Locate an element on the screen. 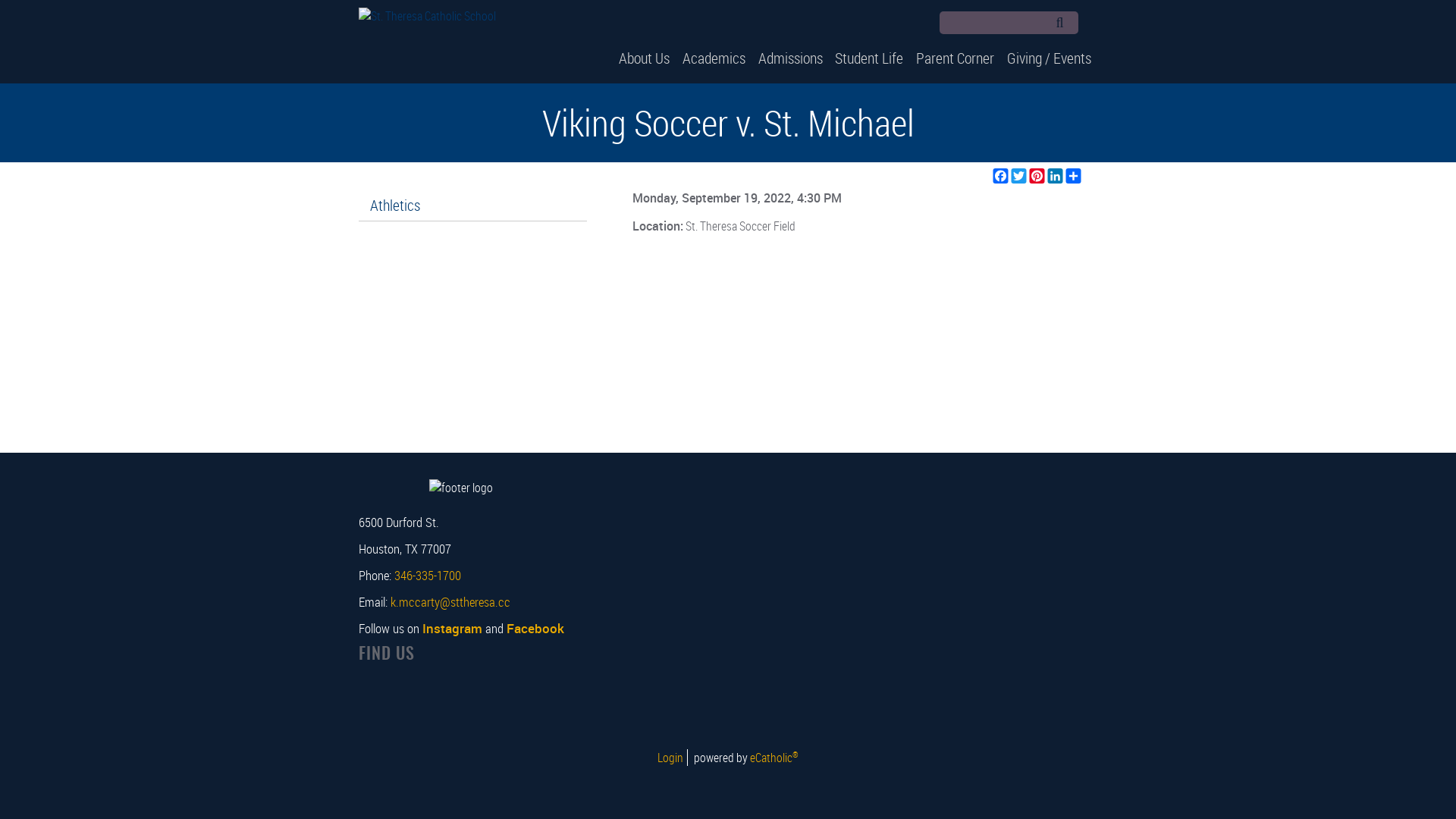  'Pinterest' is located at coordinates (1037, 174).